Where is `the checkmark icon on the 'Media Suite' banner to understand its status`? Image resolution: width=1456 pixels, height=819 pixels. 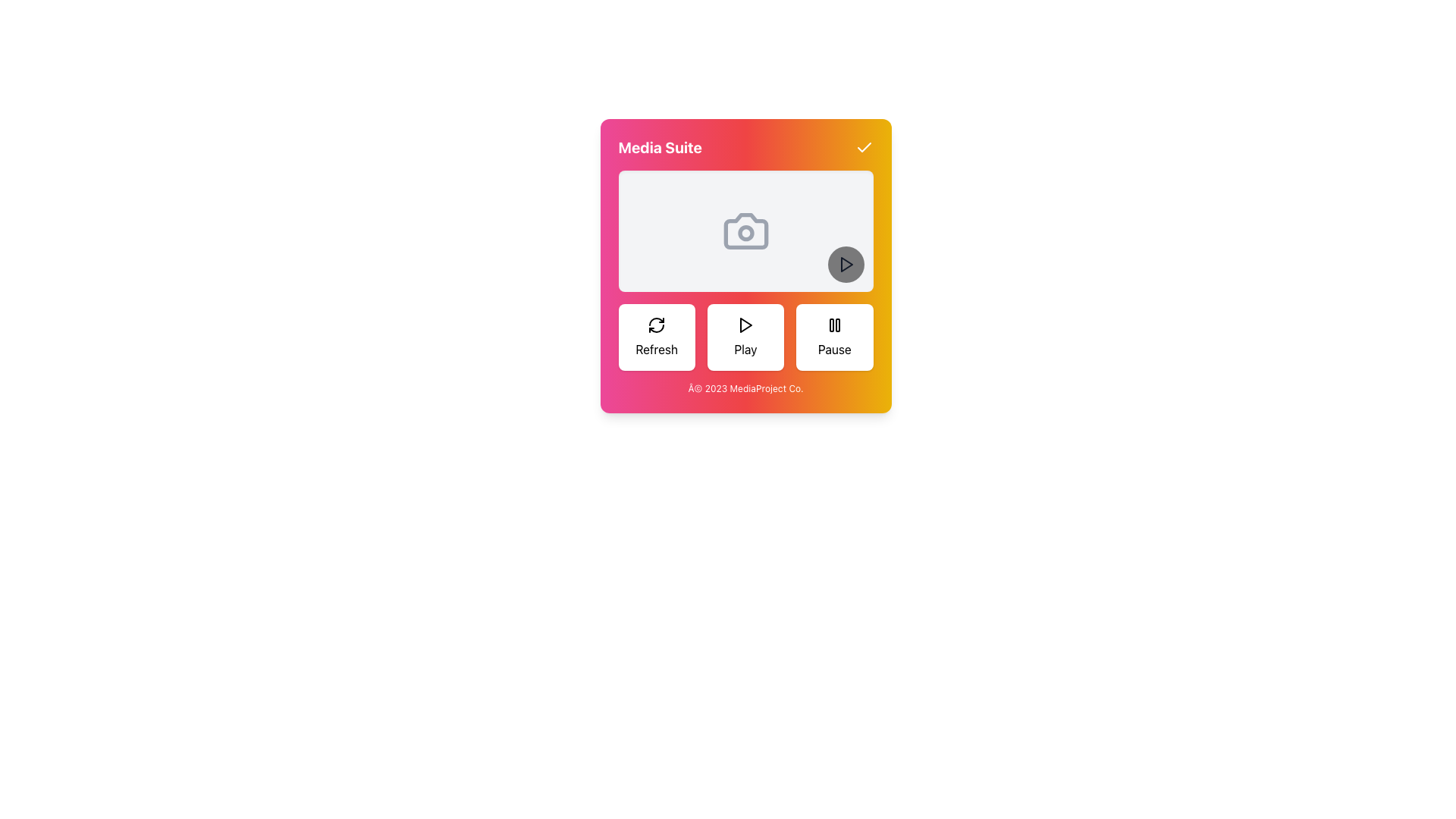
the checkmark icon on the 'Media Suite' banner to understand its status is located at coordinates (745, 148).